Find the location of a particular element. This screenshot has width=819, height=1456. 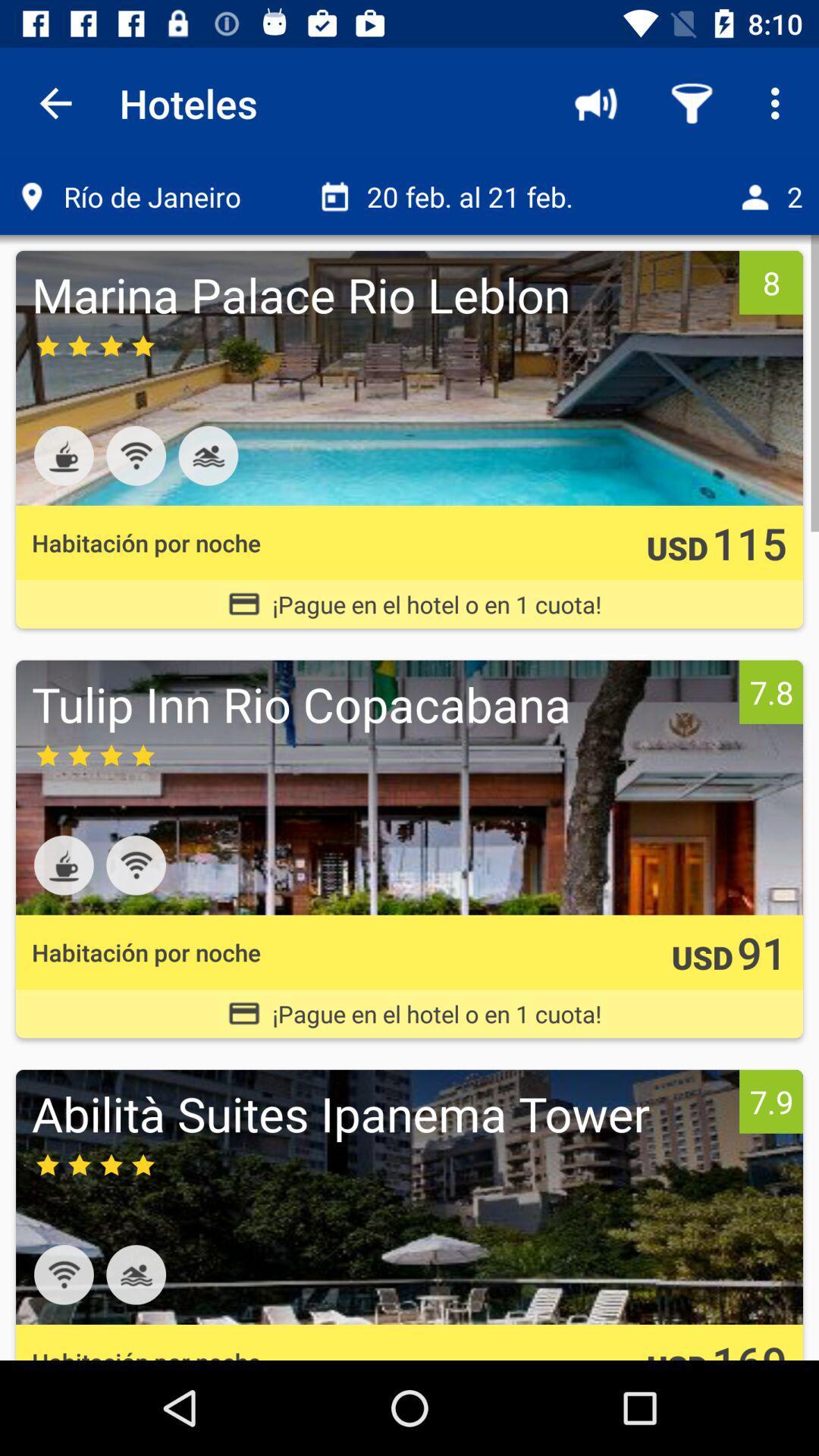

the icon above the 20 feb al icon is located at coordinates (691, 102).